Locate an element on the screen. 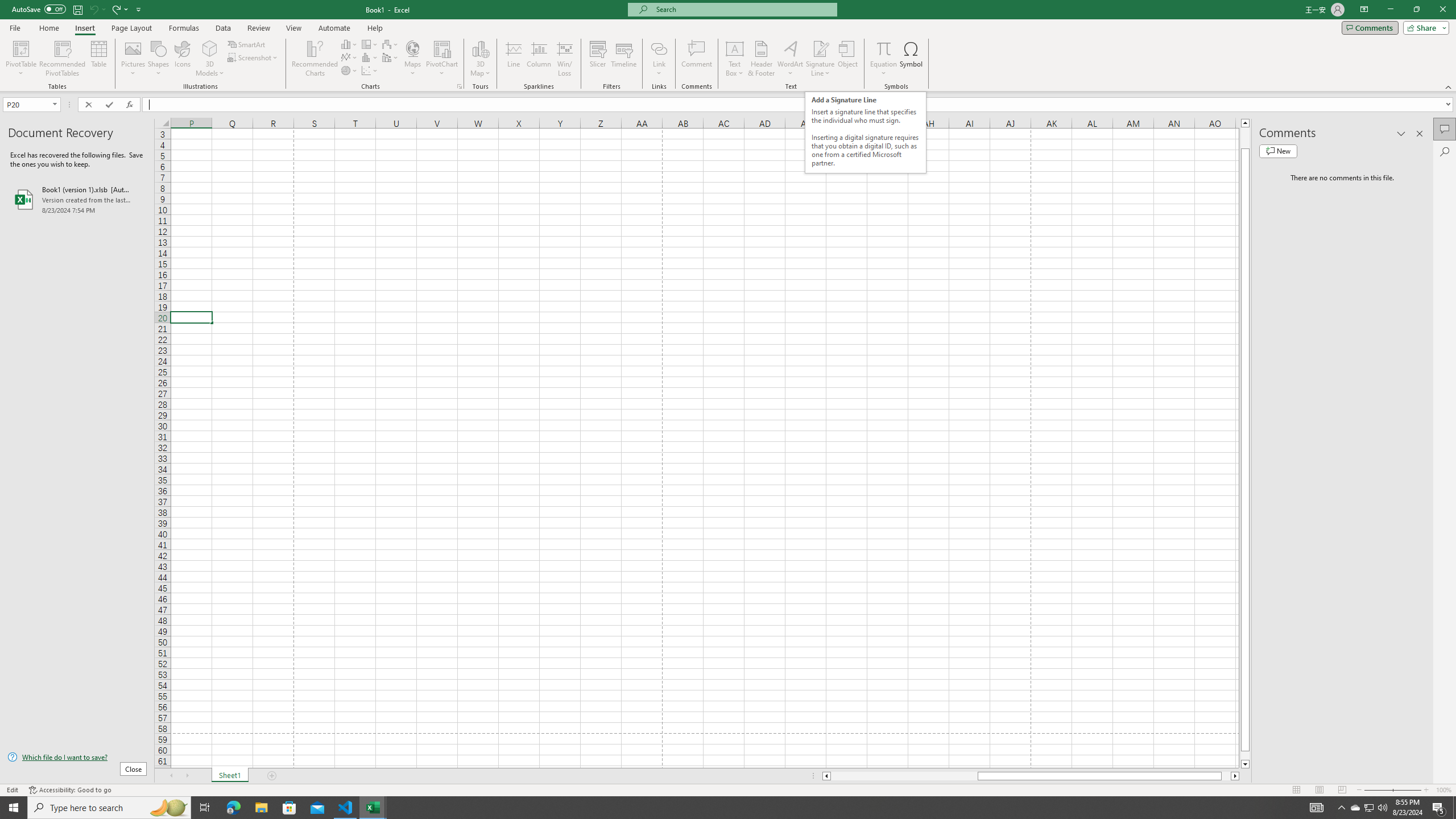 This screenshot has height=819, width=1456. 'Link' is located at coordinates (659, 48).